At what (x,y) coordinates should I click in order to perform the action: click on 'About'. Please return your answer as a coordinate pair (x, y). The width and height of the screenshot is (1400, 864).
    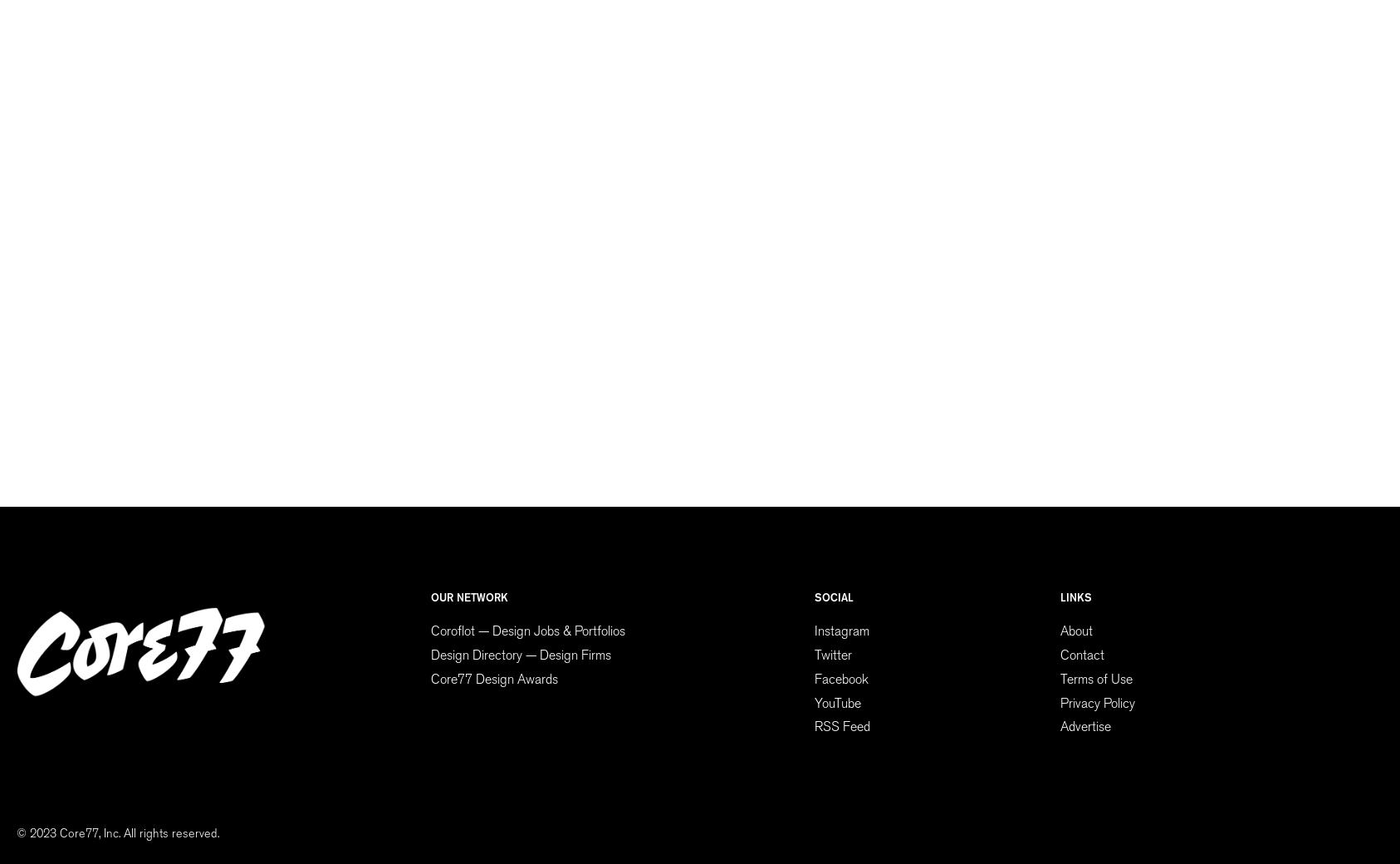
    Looking at the image, I should click on (1059, 631).